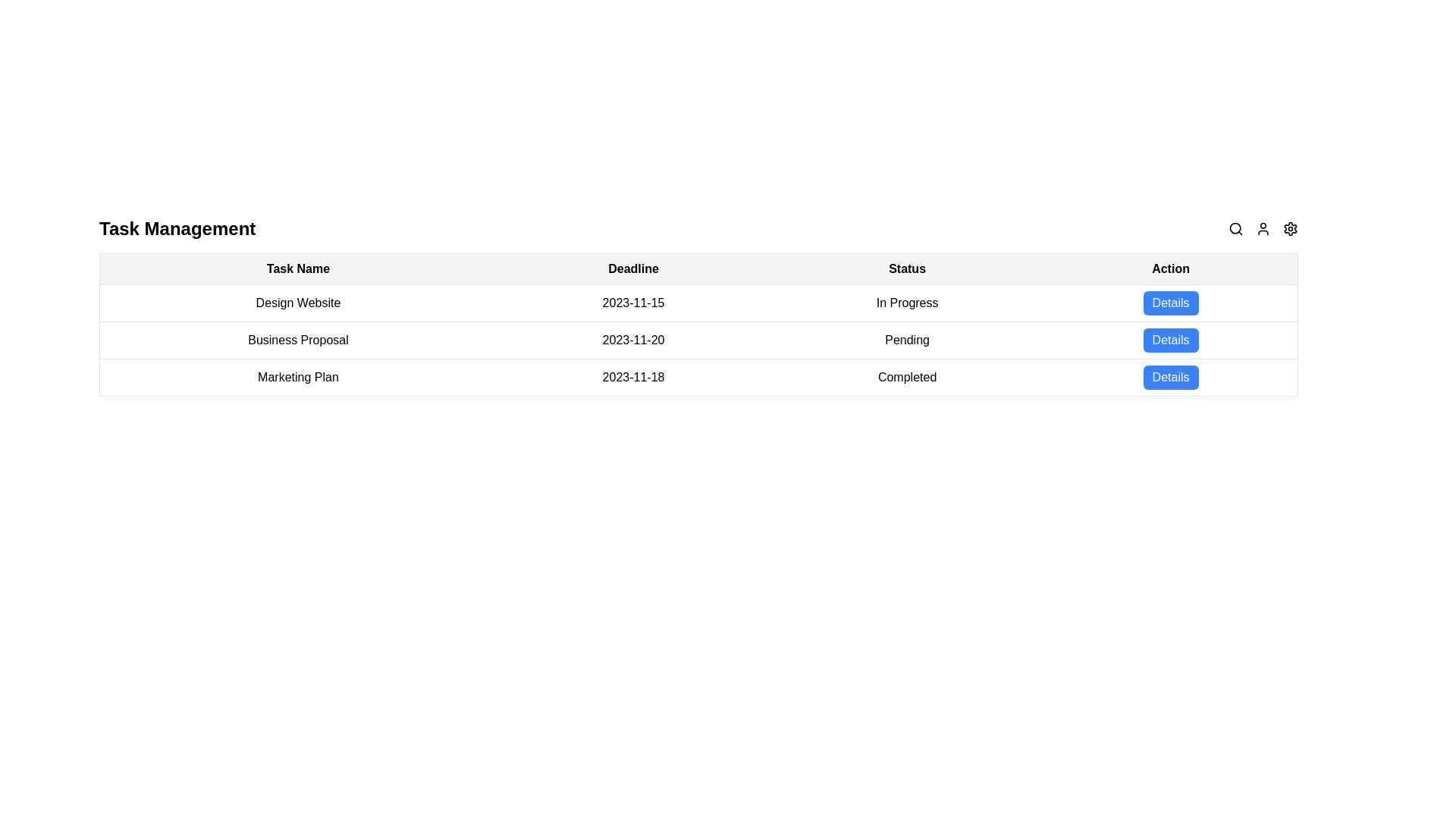 The height and width of the screenshot is (819, 1456). Describe the element at coordinates (698, 376) in the screenshot. I see `task details from the third row of the table, which includes the Task Name 'Marketing Plan', Deadline '2023-11-18', Status 'Completed', and the button labeled 'Details'` at that location.